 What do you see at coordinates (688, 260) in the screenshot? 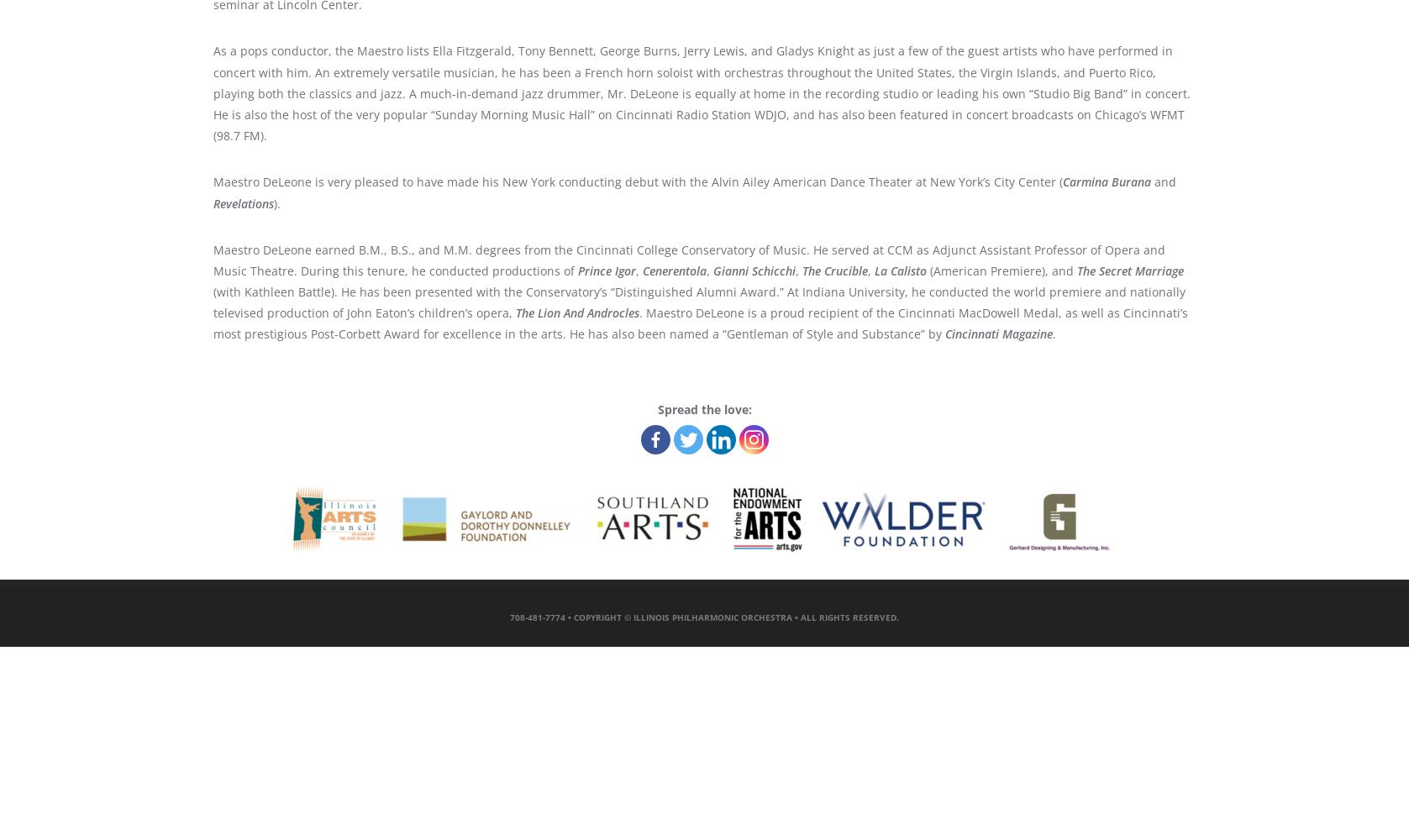
I see `'Maestro DeLeone earned B.M., B.S., and M.M. degrees from the Cincinnati College Conservatory of Music. He served at CCM as Adjunct Assistant Professor of Opera and Music Theatre. During this tenure, he conducted productions of'` at bounding box center [688, 260].